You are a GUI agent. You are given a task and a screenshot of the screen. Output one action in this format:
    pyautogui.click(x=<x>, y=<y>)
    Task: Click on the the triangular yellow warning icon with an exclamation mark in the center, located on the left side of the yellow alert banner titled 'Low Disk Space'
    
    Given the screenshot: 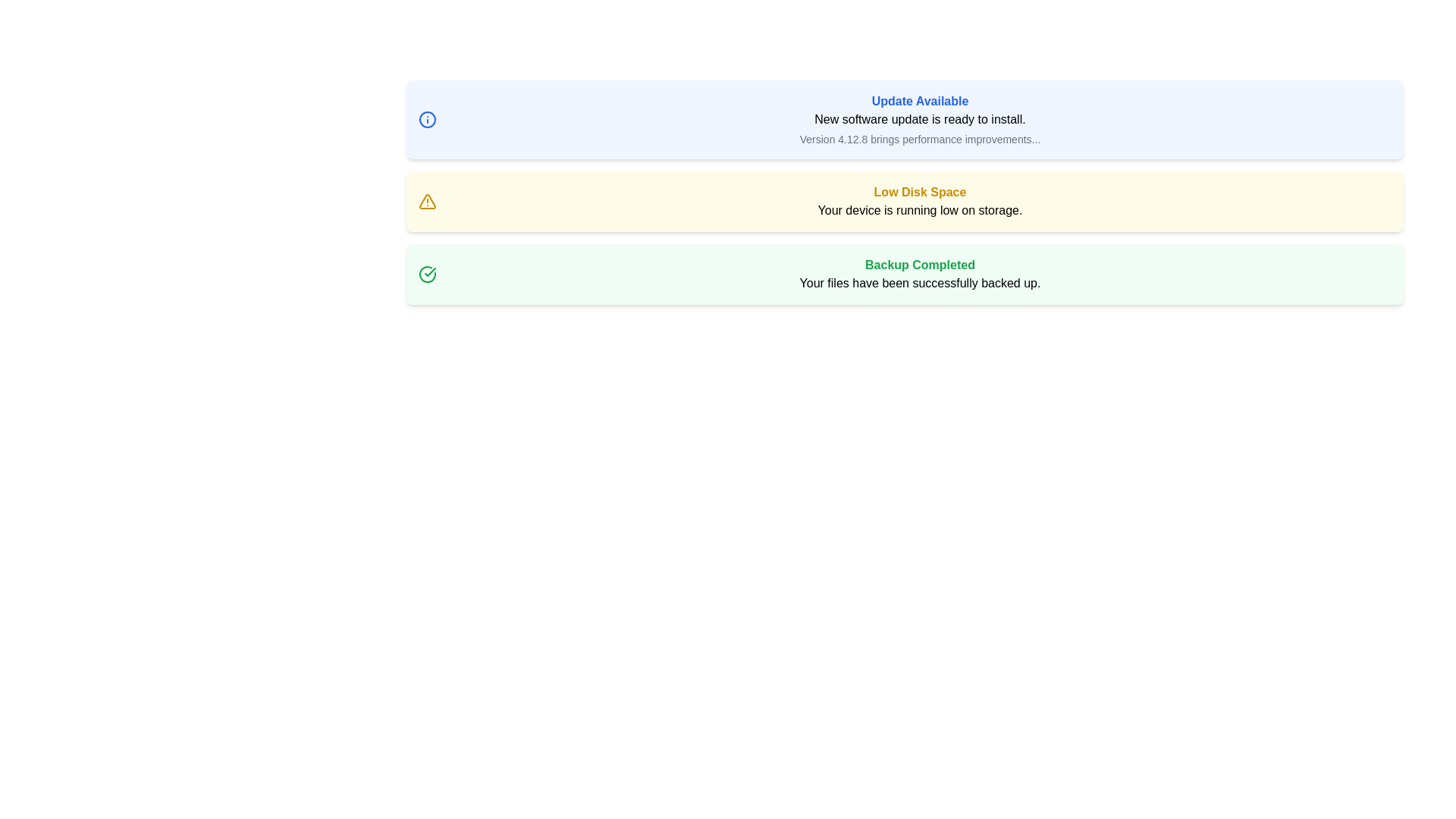 What is the action you would take?
    pyautogui.click(x=427, y=201)
    